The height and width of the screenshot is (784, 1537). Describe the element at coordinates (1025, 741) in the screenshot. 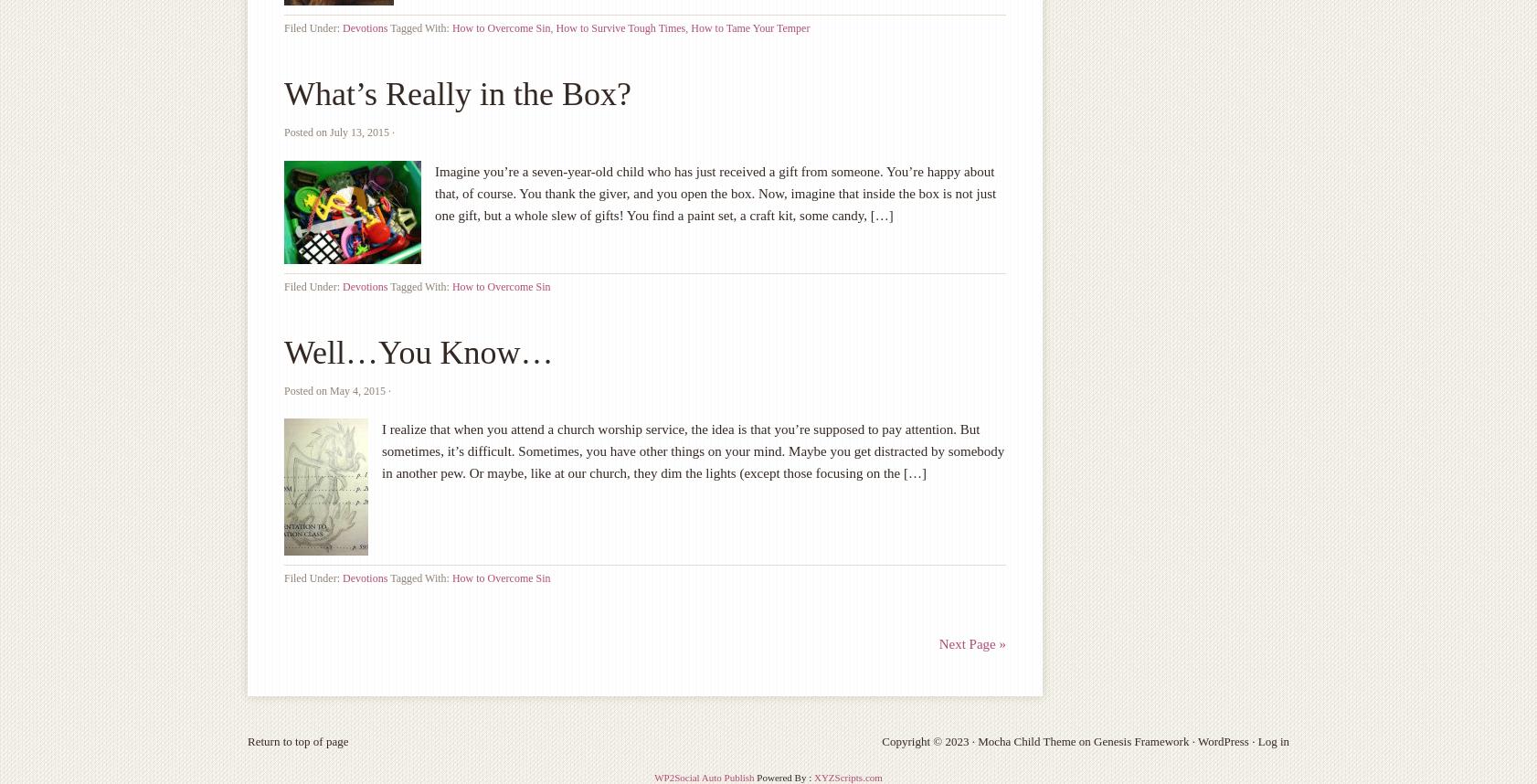

I see `'Mocha Child Theme'` at that location.